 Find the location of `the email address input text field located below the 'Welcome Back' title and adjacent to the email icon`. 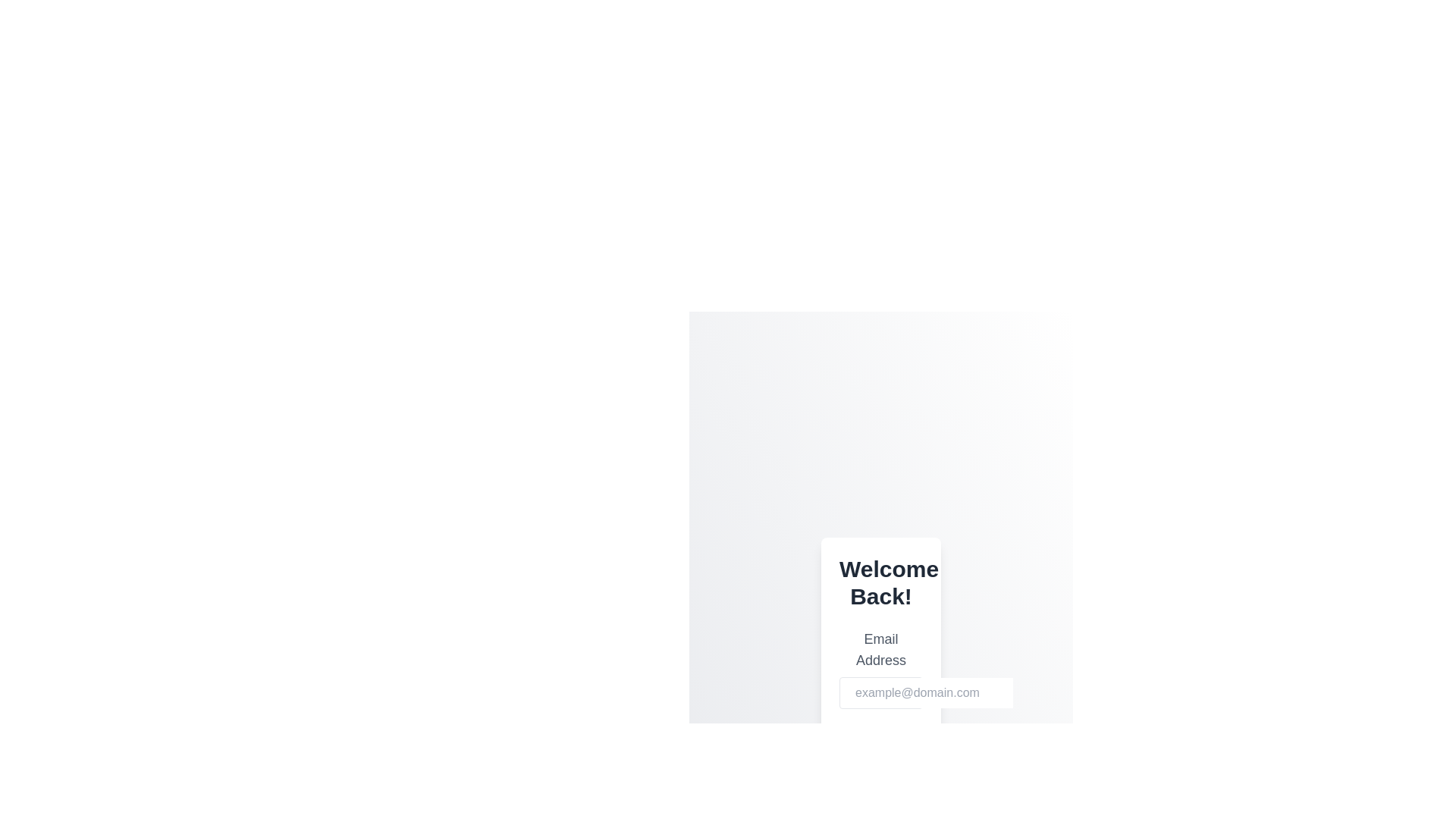

the email address input text field located below the 'Welcome Back' title and adjacent to the email icon is located at coordinates (930, 693).